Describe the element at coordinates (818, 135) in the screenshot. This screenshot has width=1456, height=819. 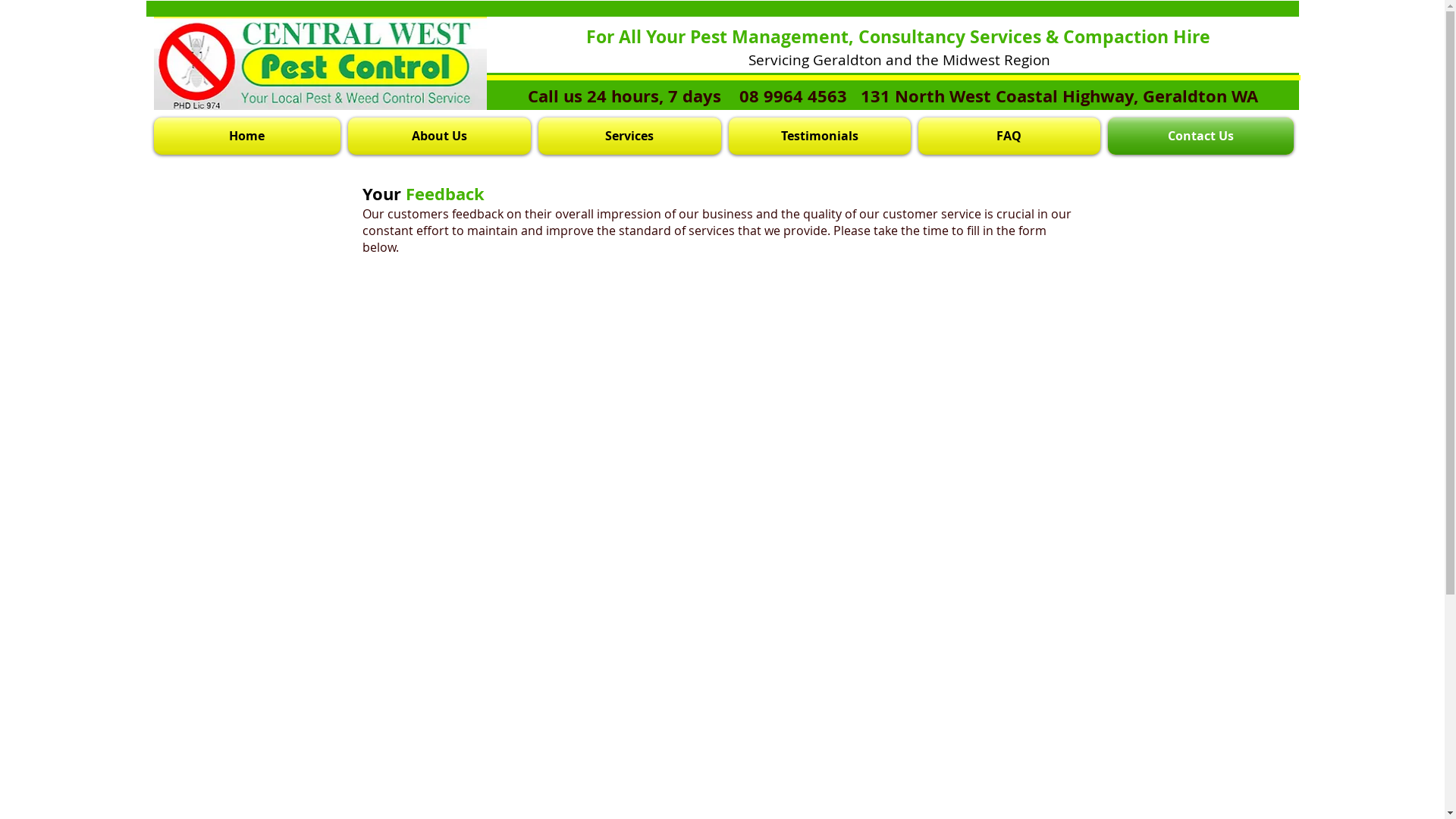
I see `'Testimonials'` at that location.